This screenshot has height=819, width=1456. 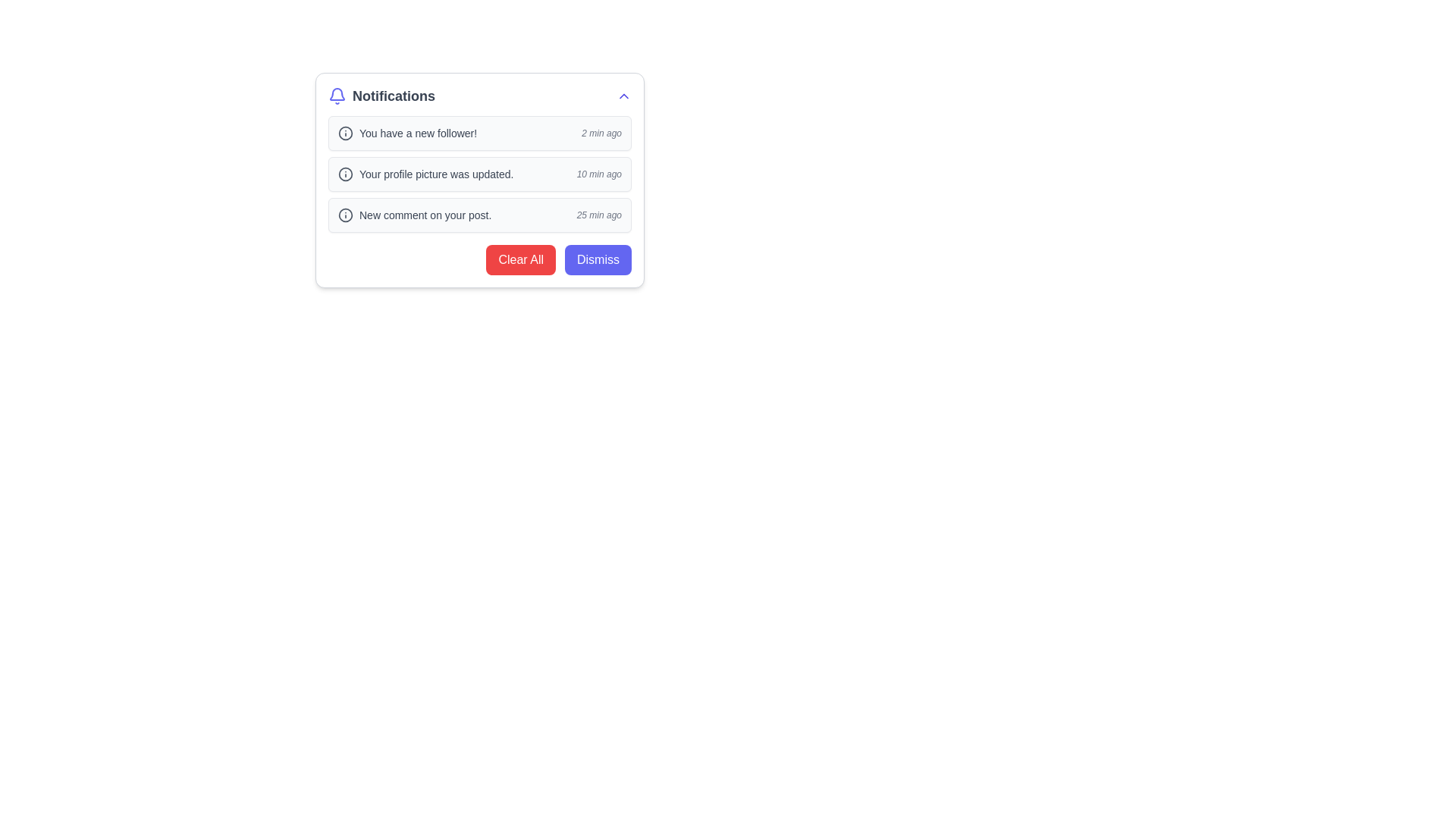 What do you see at coordinates (597, 259) in the screenshot?
I see `the blue 'Dismiss' button with white text located in the bottom right corner of the notification panel` at bounding box center [597, 259].